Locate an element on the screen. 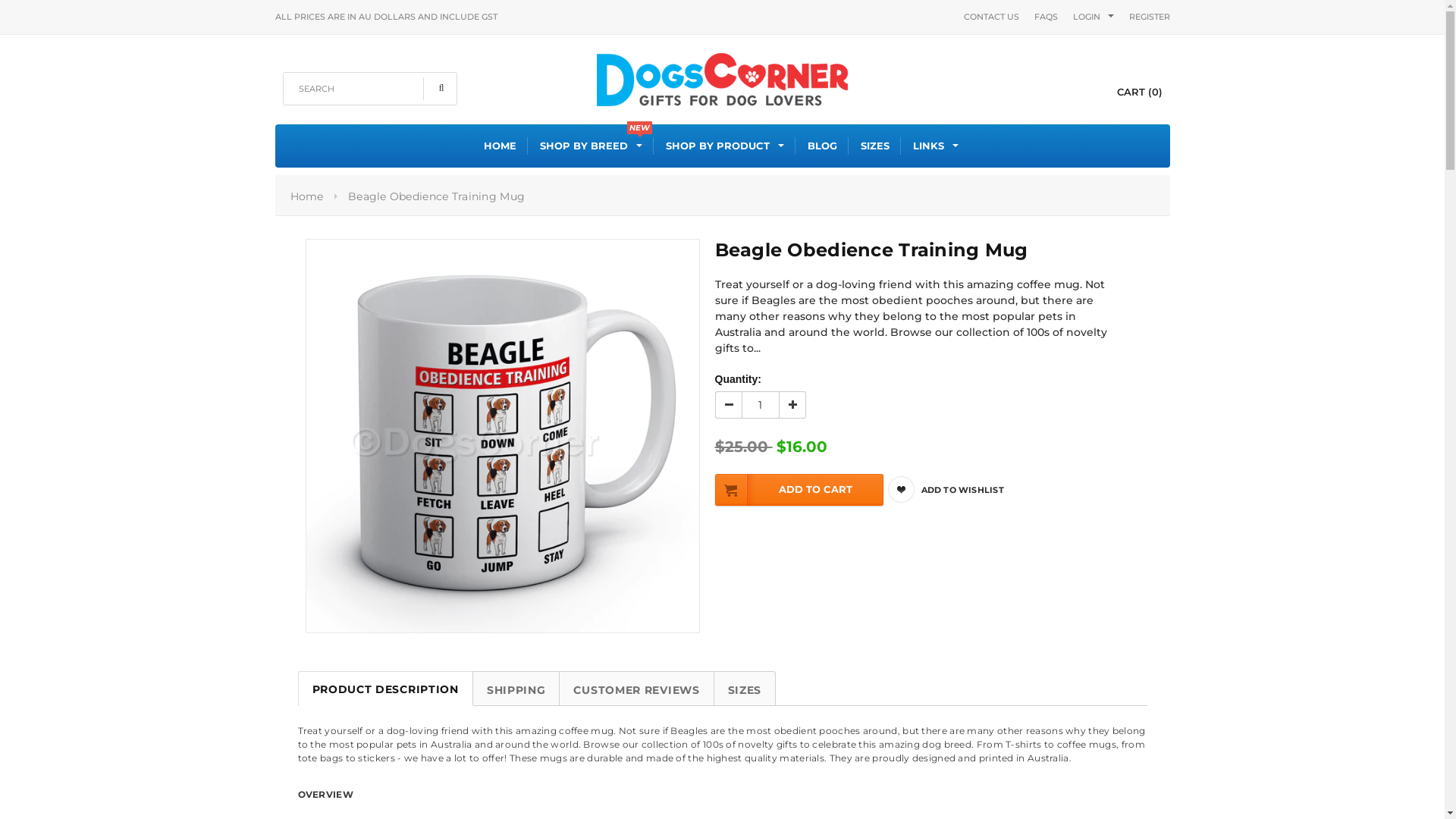  'CONTACT US' is located at coordinates (990, 17).